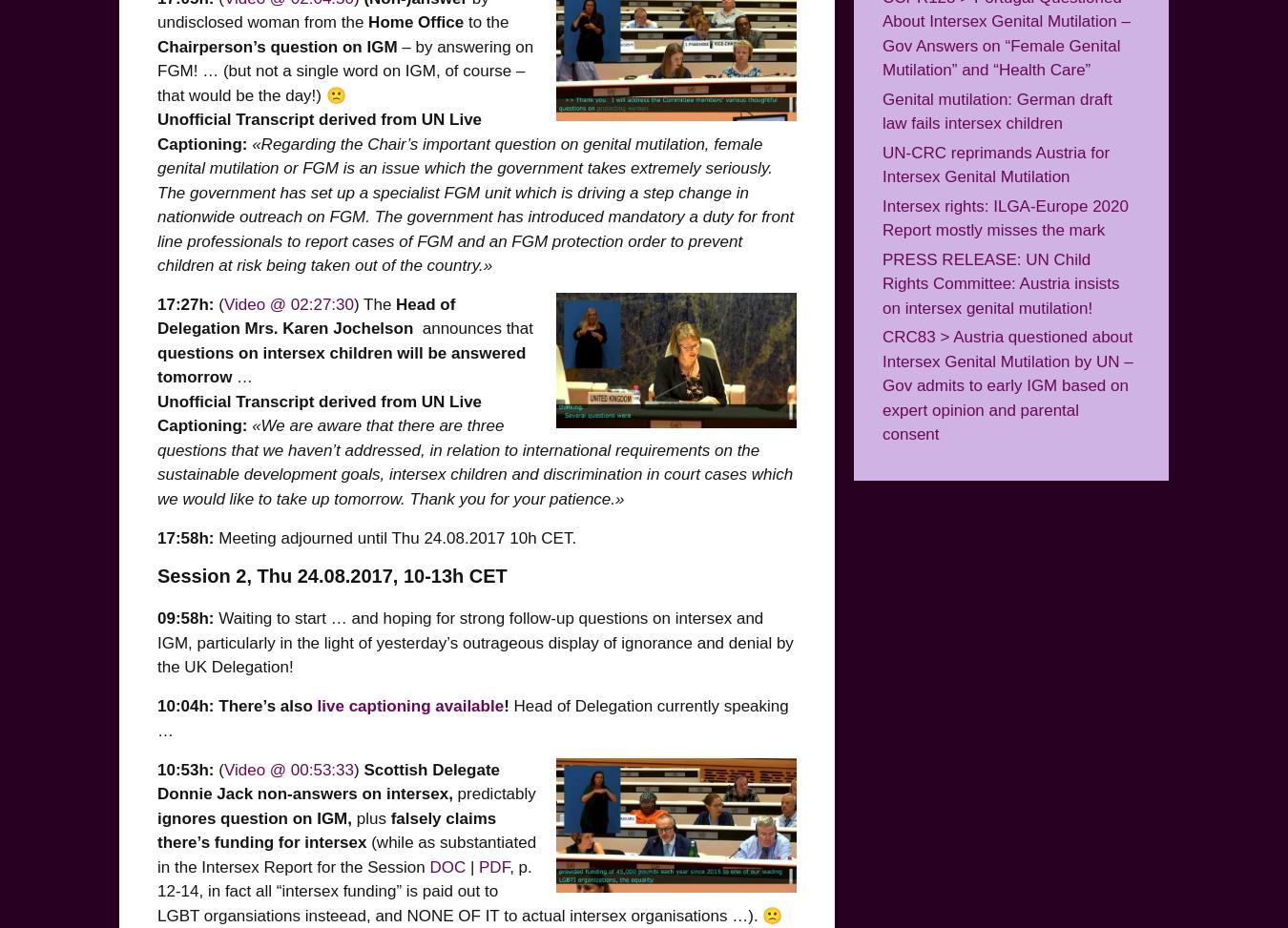  I want to click on 'Head of Delegation currently speaking …', so click(156, 718).